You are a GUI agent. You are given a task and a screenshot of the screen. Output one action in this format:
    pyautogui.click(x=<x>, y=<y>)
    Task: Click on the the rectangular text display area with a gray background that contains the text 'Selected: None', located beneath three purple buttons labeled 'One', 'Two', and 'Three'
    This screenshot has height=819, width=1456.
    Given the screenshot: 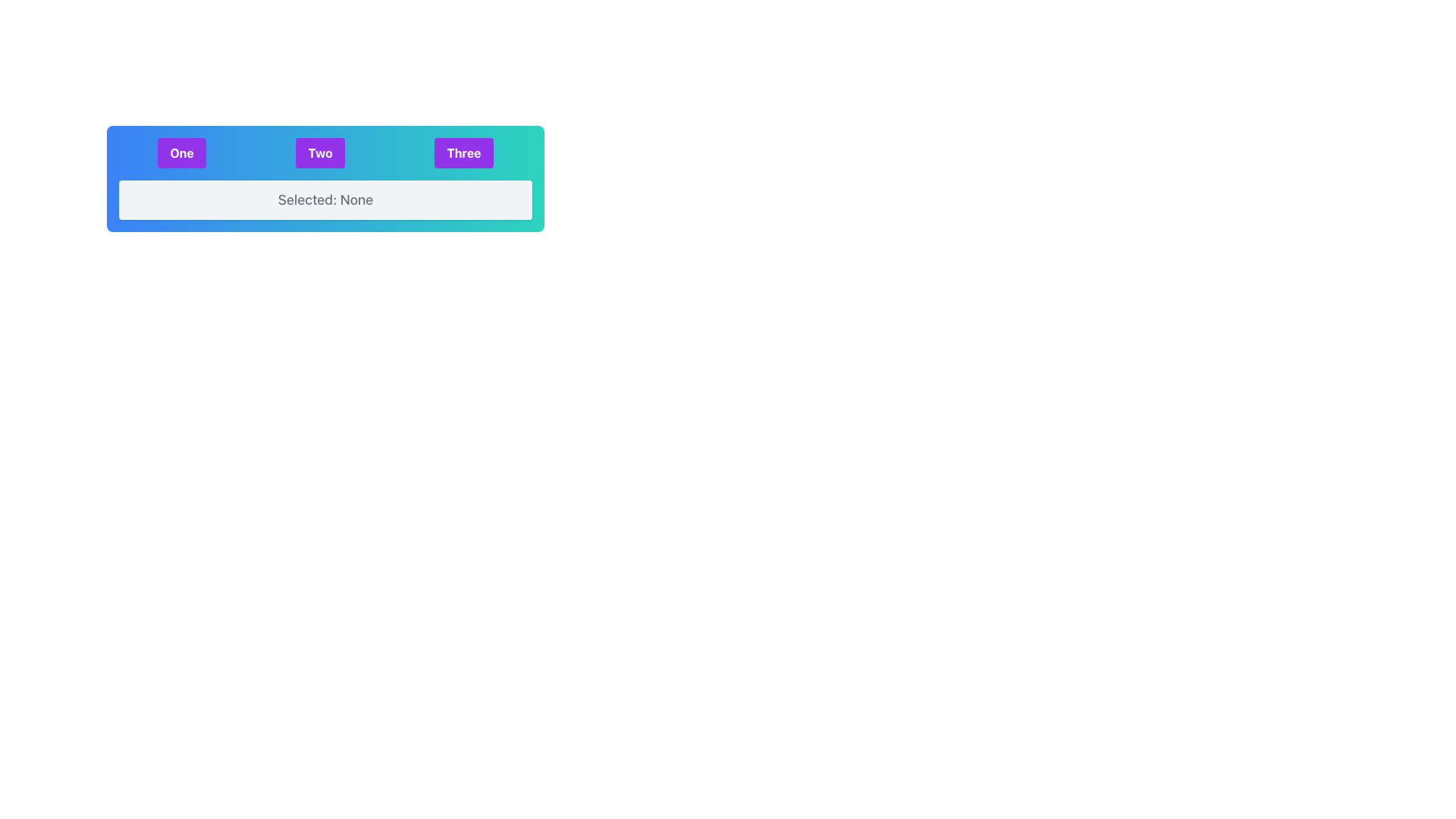 What is the action you would take?
    pyautogui.click(x=325, y=199)
    